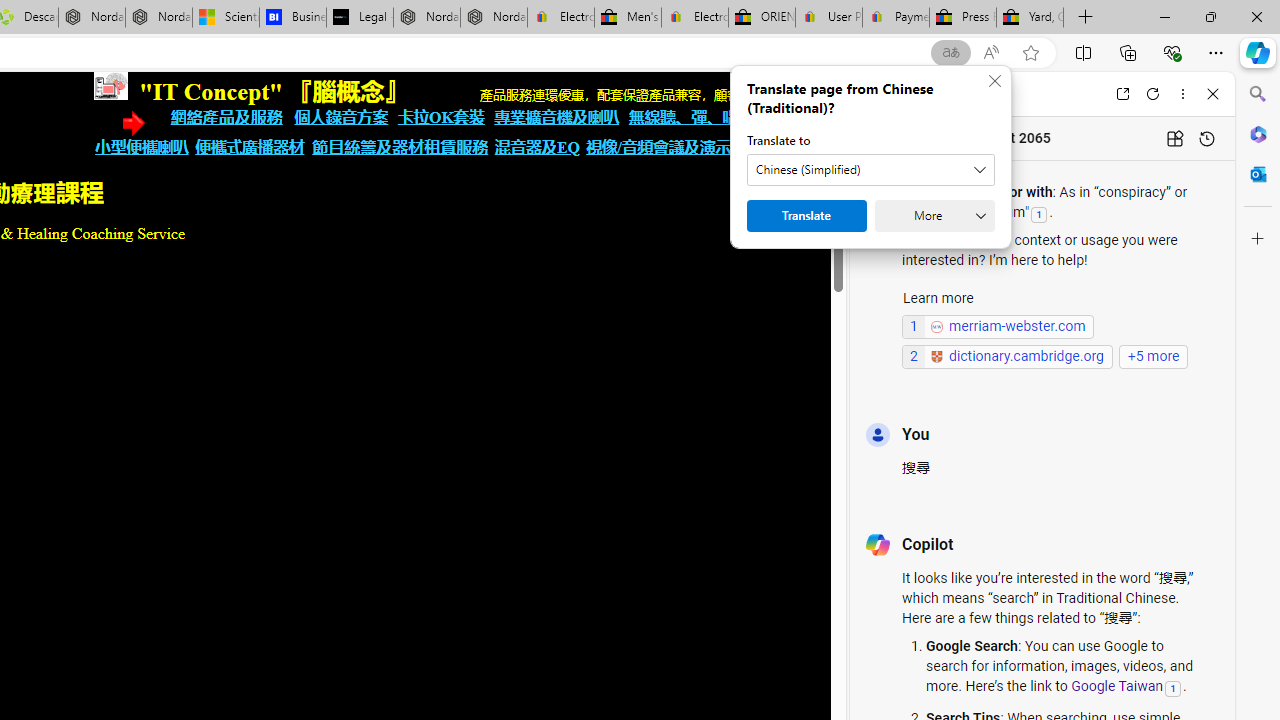 Image resolution: width=1280 pixels, height=720 pixels. What do you see at coordinates (1257, 94) in the screenshot?
I see `'Minimize Search pane'` at bounding box center [1257, 94].